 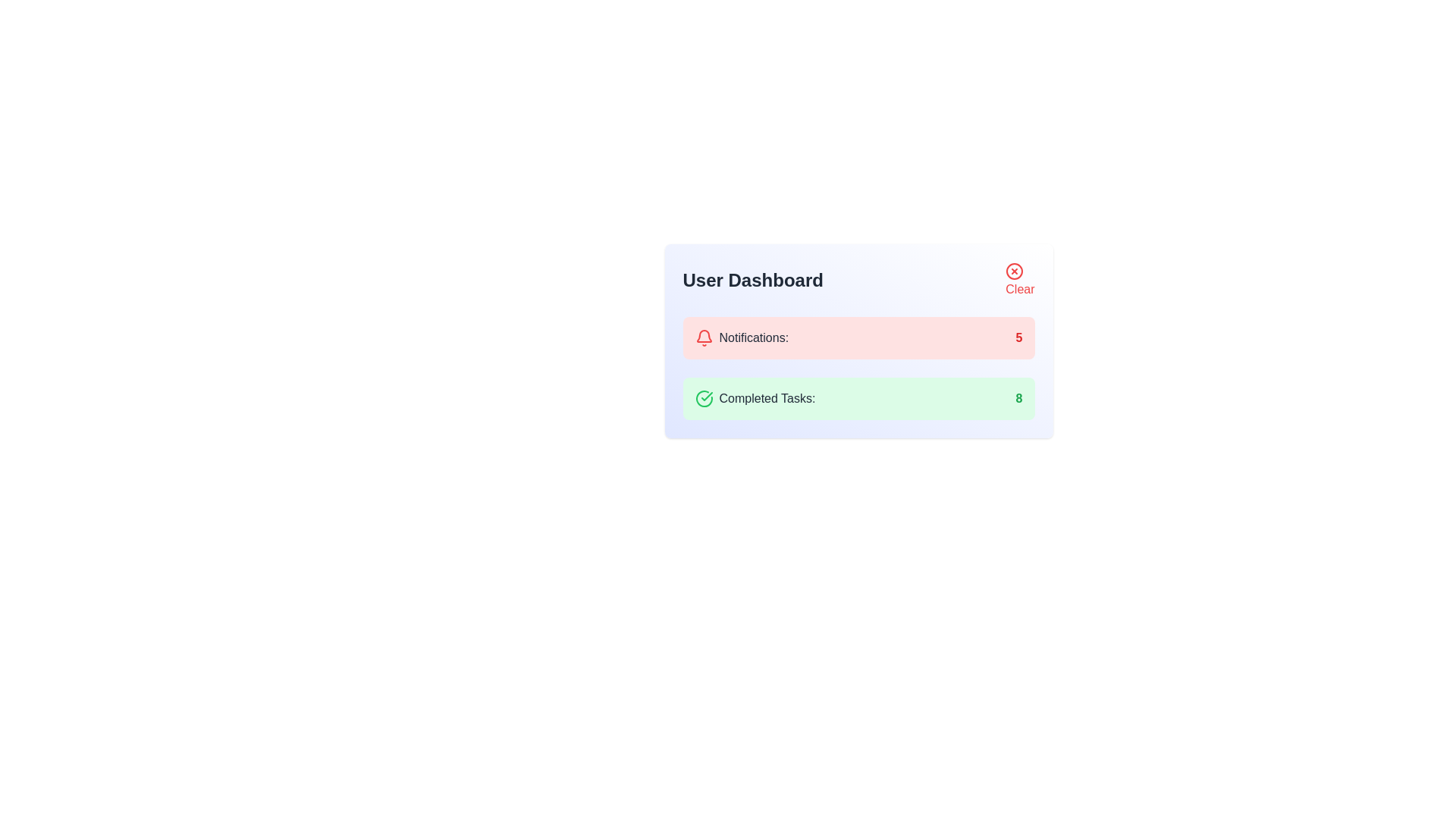 I want to click on the bold green number '8' that is positioned at the right edge of the 'Completed Tasks:' section, emphasizing the completed tasks information, so click(x=1019, y=397).